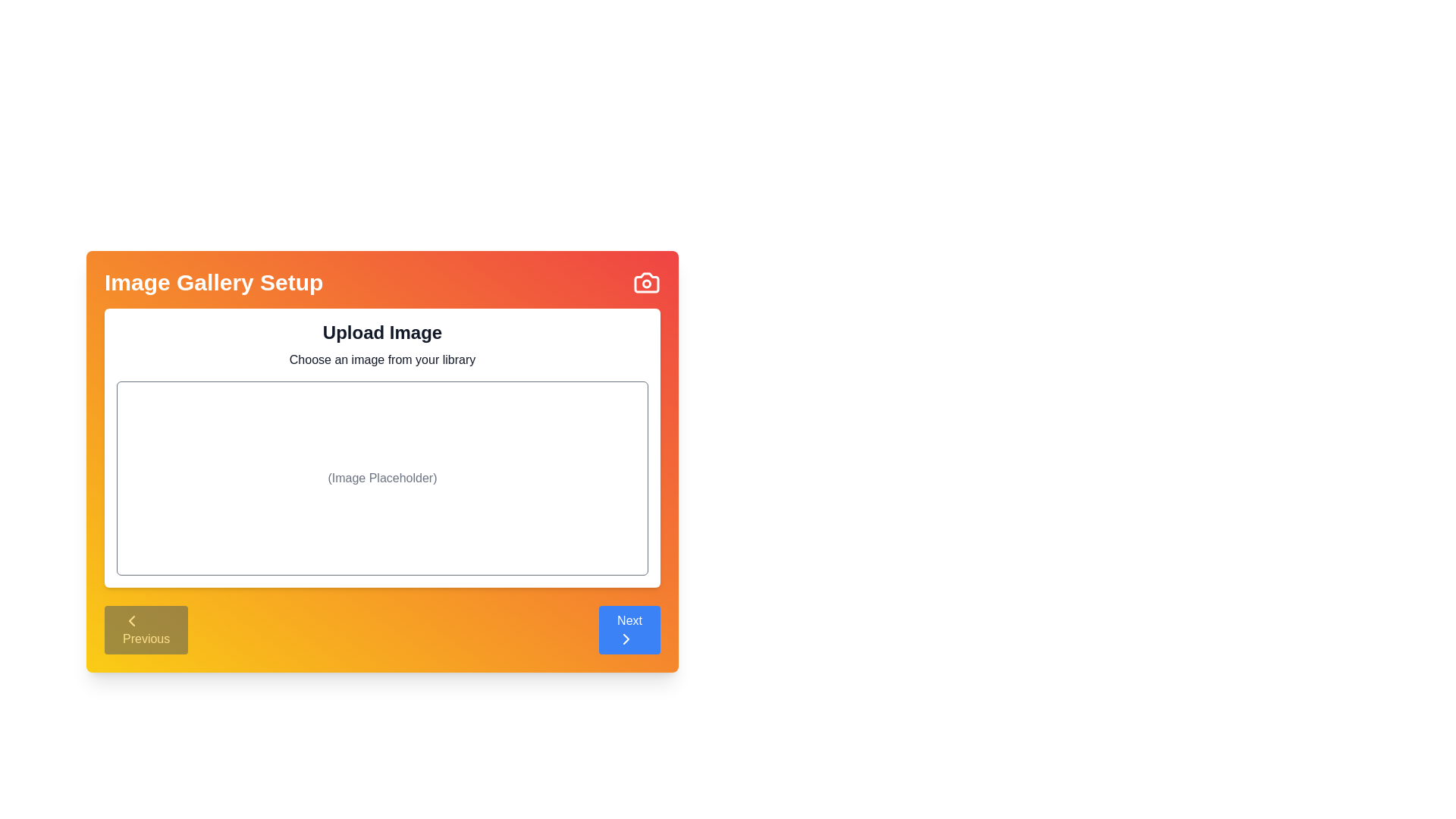  What do you see at coordinates (382, 479) in the screenshot?
I see `the 'Image Placeholder' area to initiate the image upload or selection process` at bounding box center [382, 479].